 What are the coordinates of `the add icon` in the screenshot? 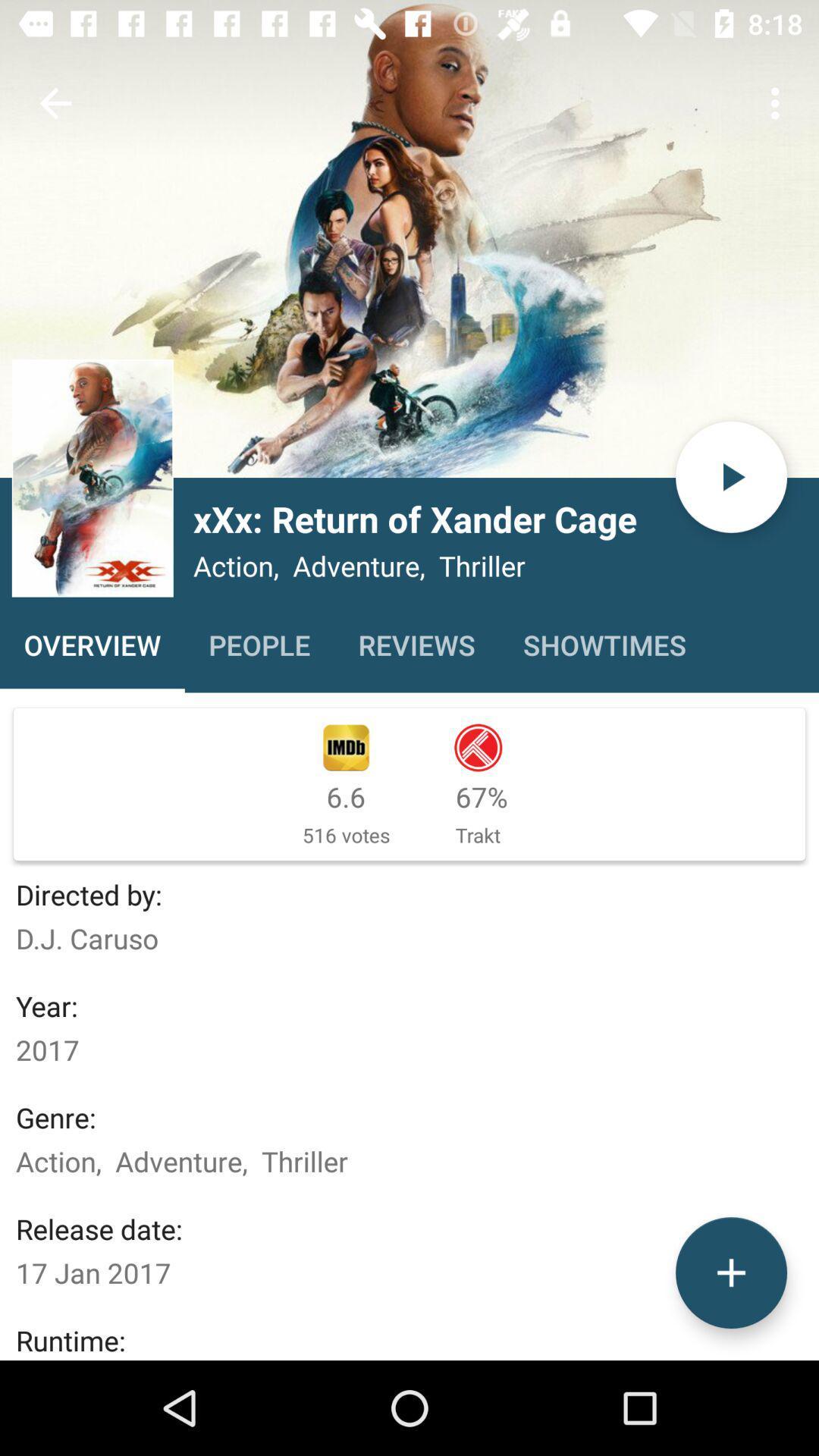 It's located at (730, 1272).